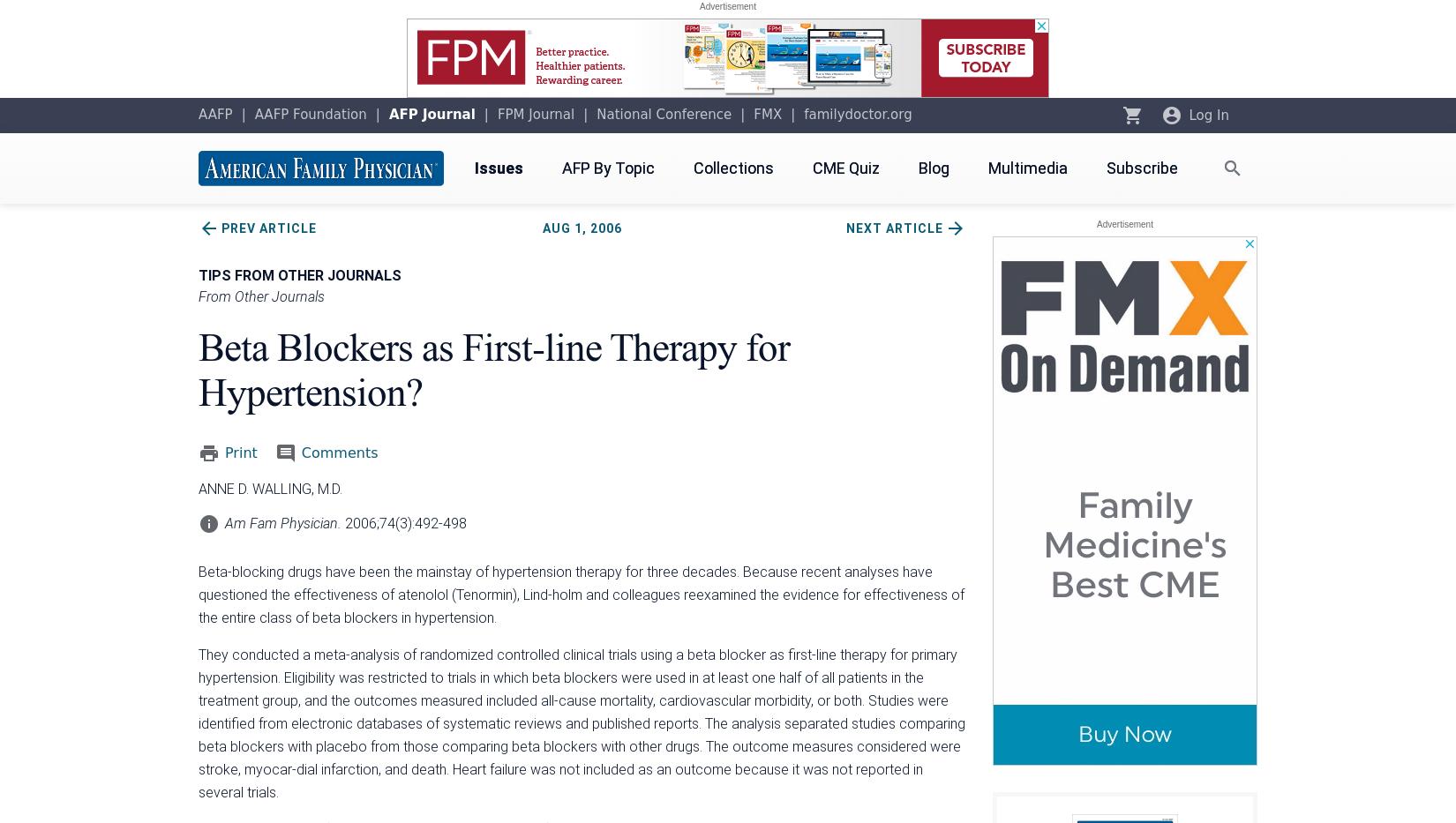  What do you see at coordinates (576, 201) in the screenshot?
I see `'In the seven studies (including more than 27,400 patients) comparing beta blockers with placebo or no treatment, the relative risk of stroke was reduced by 19 percent with beta blockers. The greatest reduction in stroke risk occurred in the two studies that used beta blockers in combination with other drugs, usually diuretics. Combination therapy was associated with a 45 percent reduction in stroke risk and a 43 percent reduction in mortality risk.'` at bounding box center [576, 201].